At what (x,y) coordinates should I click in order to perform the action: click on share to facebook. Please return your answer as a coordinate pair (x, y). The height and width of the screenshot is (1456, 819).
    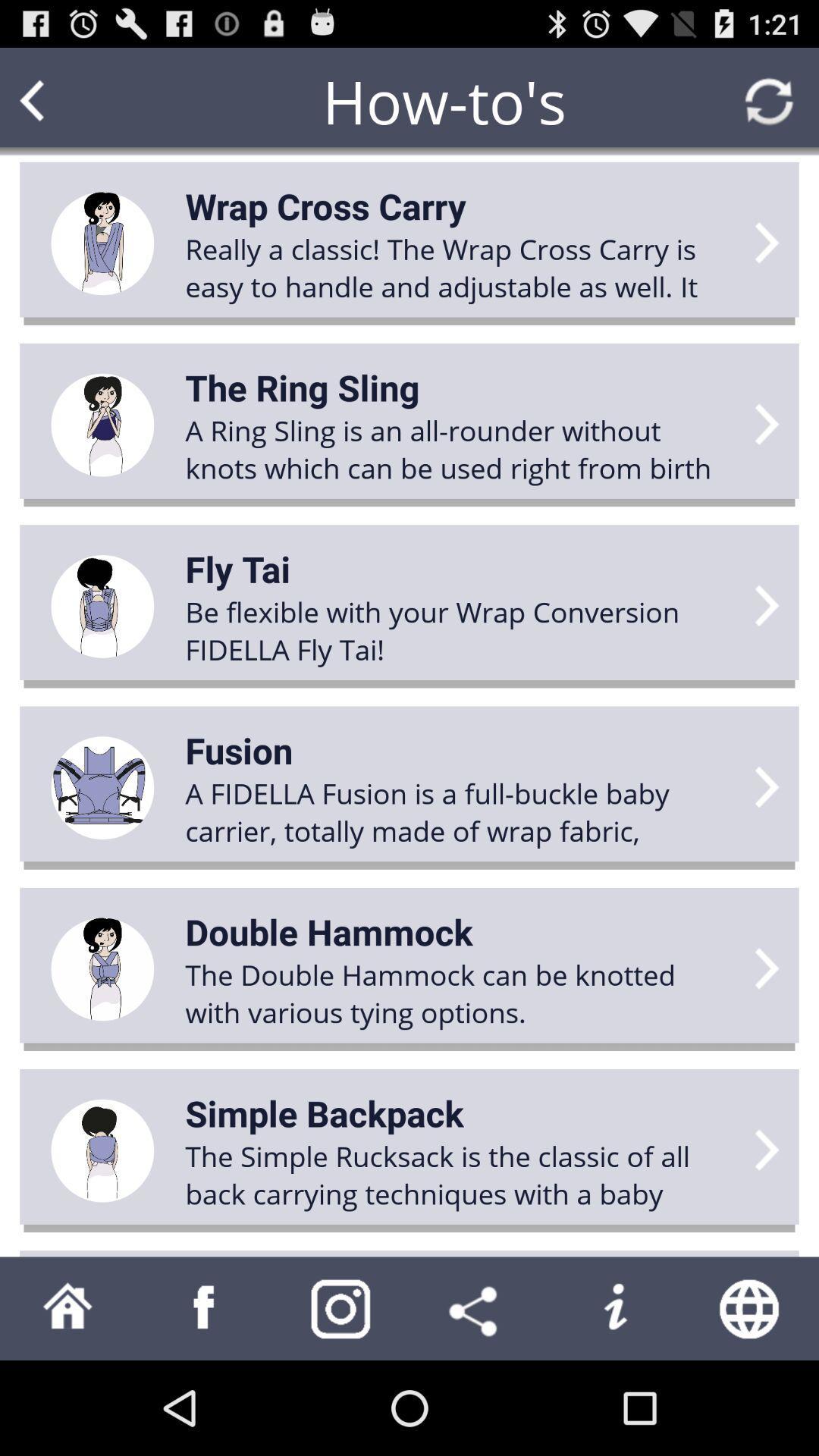
    Looking at the image, I should click on (205, 1307).